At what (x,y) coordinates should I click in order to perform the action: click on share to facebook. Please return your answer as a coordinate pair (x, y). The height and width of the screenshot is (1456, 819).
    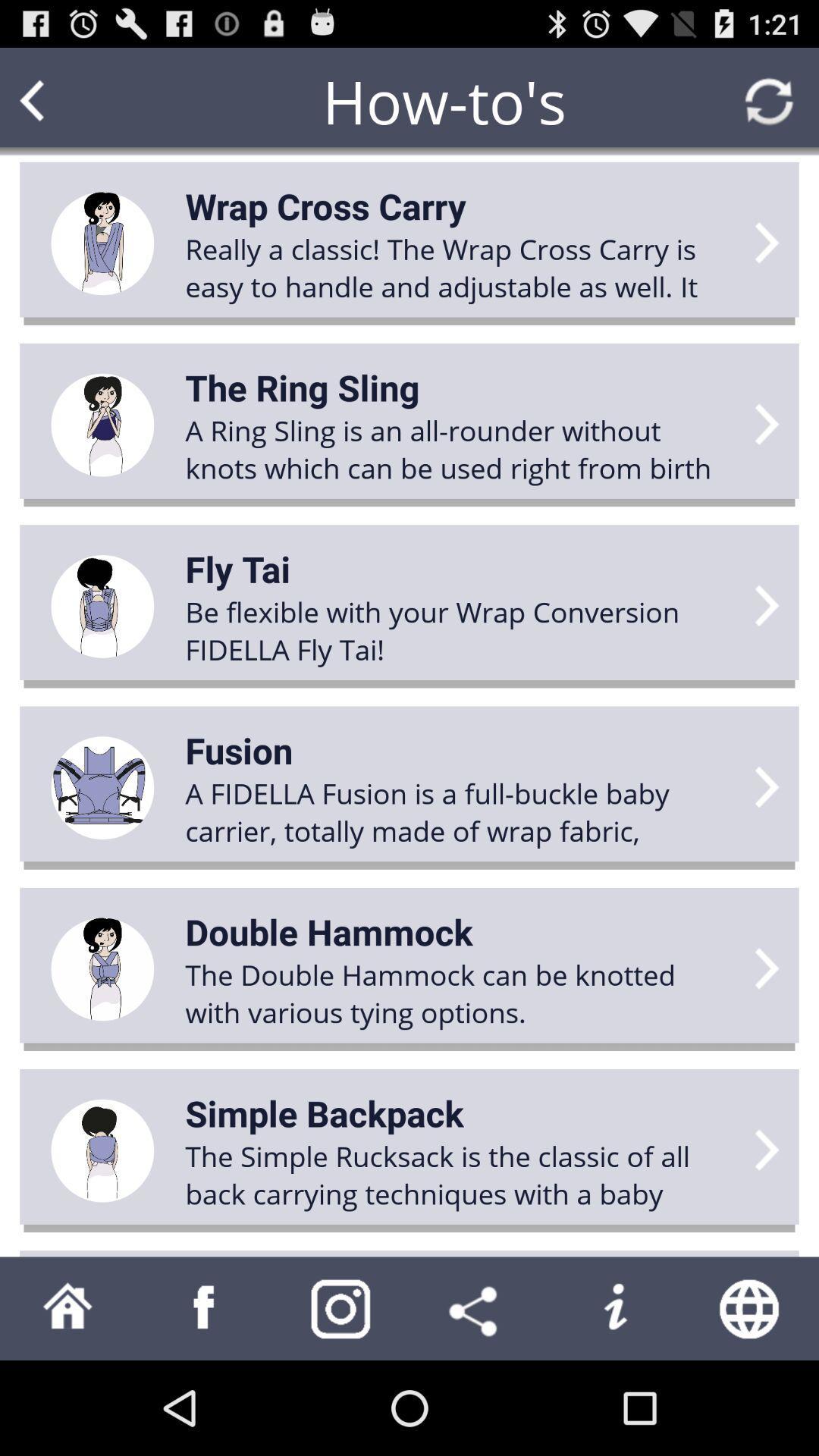
    Looking at the image, I should click on (205, 1307).